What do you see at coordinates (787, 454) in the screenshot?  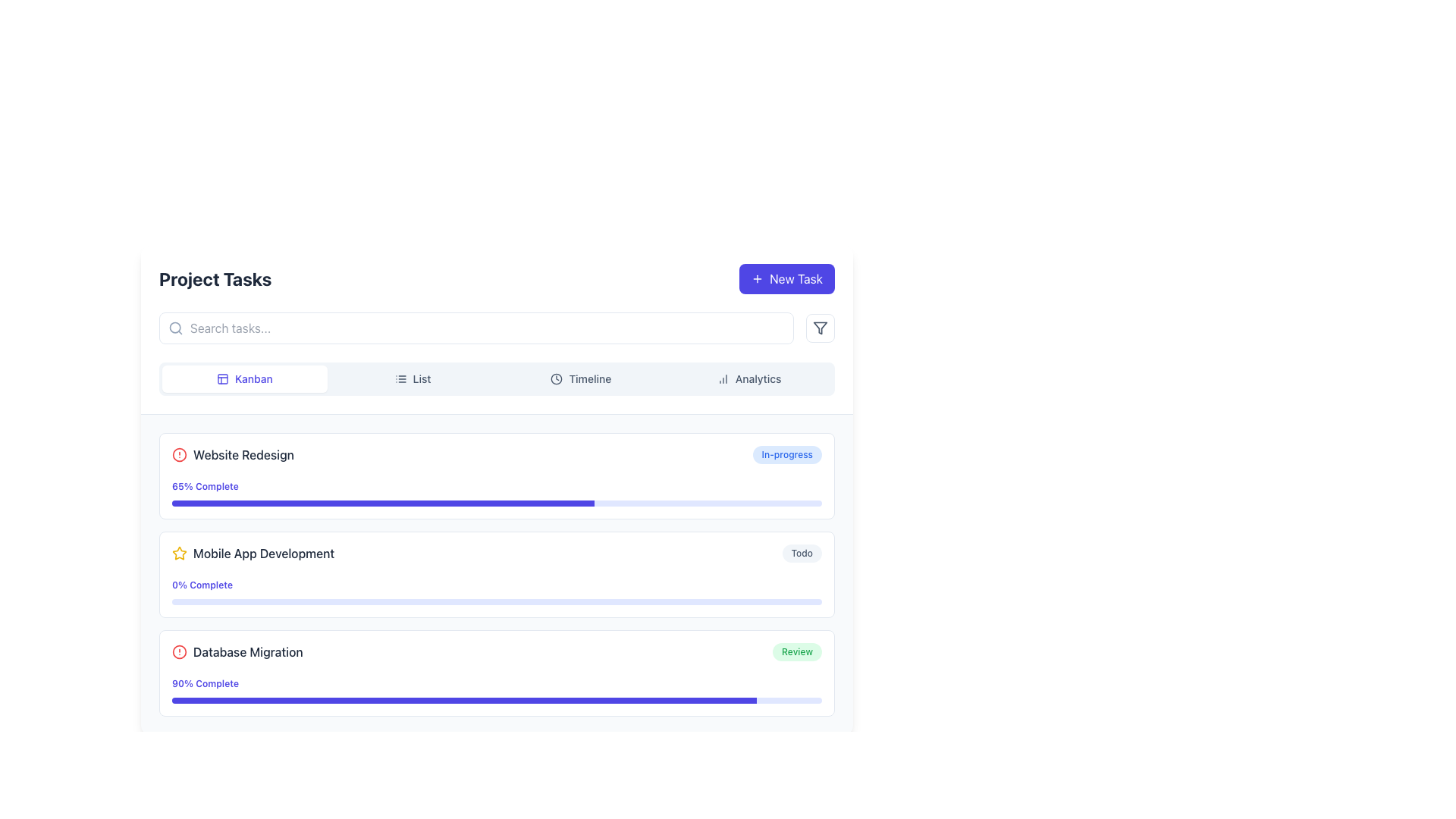 I see `the badge displaying 'In-progress' with a light blue background, located on the far right side of the task list item labeled 'Website Redesign'` at bounding box center [787, 454].